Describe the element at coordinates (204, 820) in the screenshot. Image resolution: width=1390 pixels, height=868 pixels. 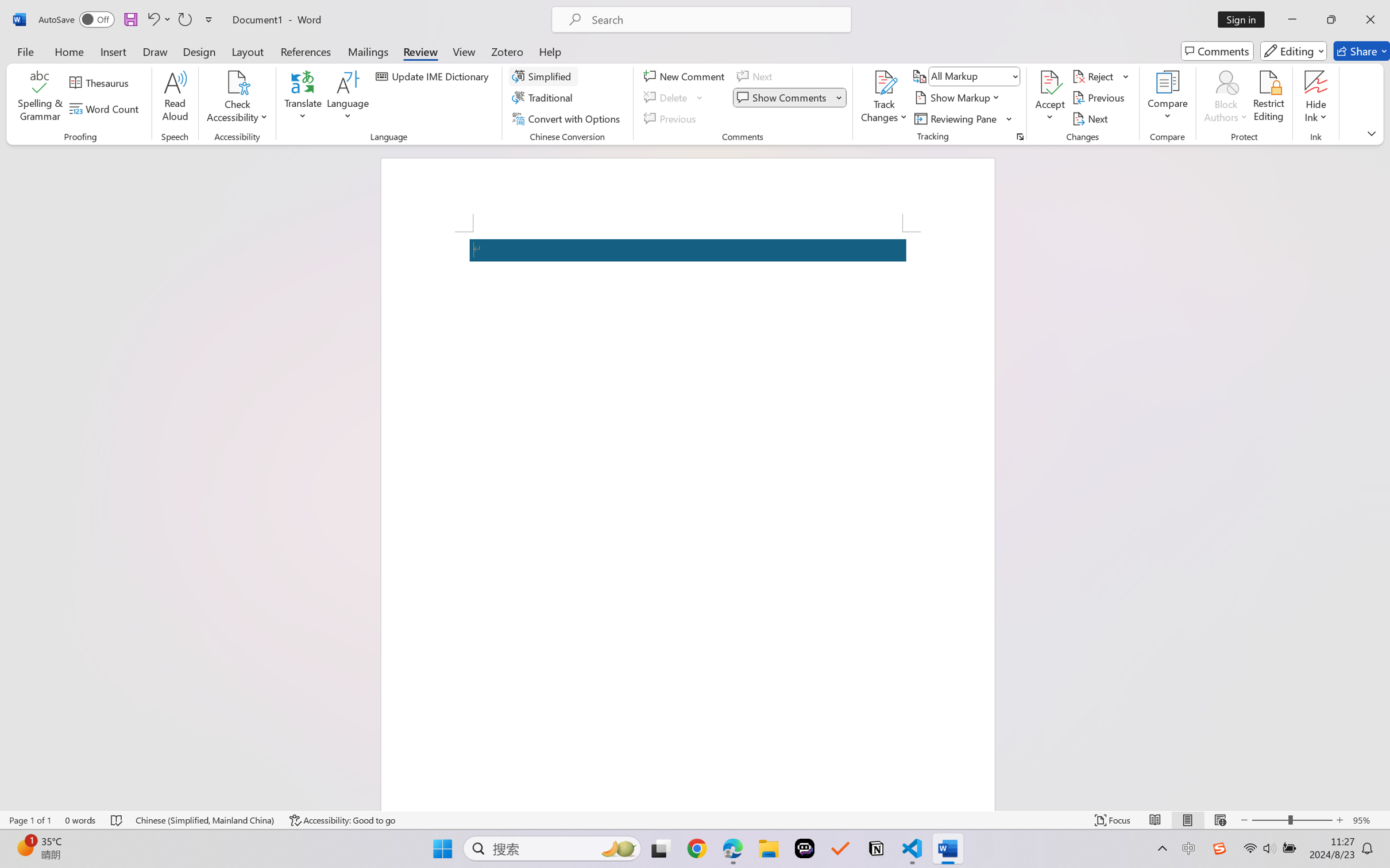
I see `'Language Chinese (Simplified, Mainland China)'` at that location.